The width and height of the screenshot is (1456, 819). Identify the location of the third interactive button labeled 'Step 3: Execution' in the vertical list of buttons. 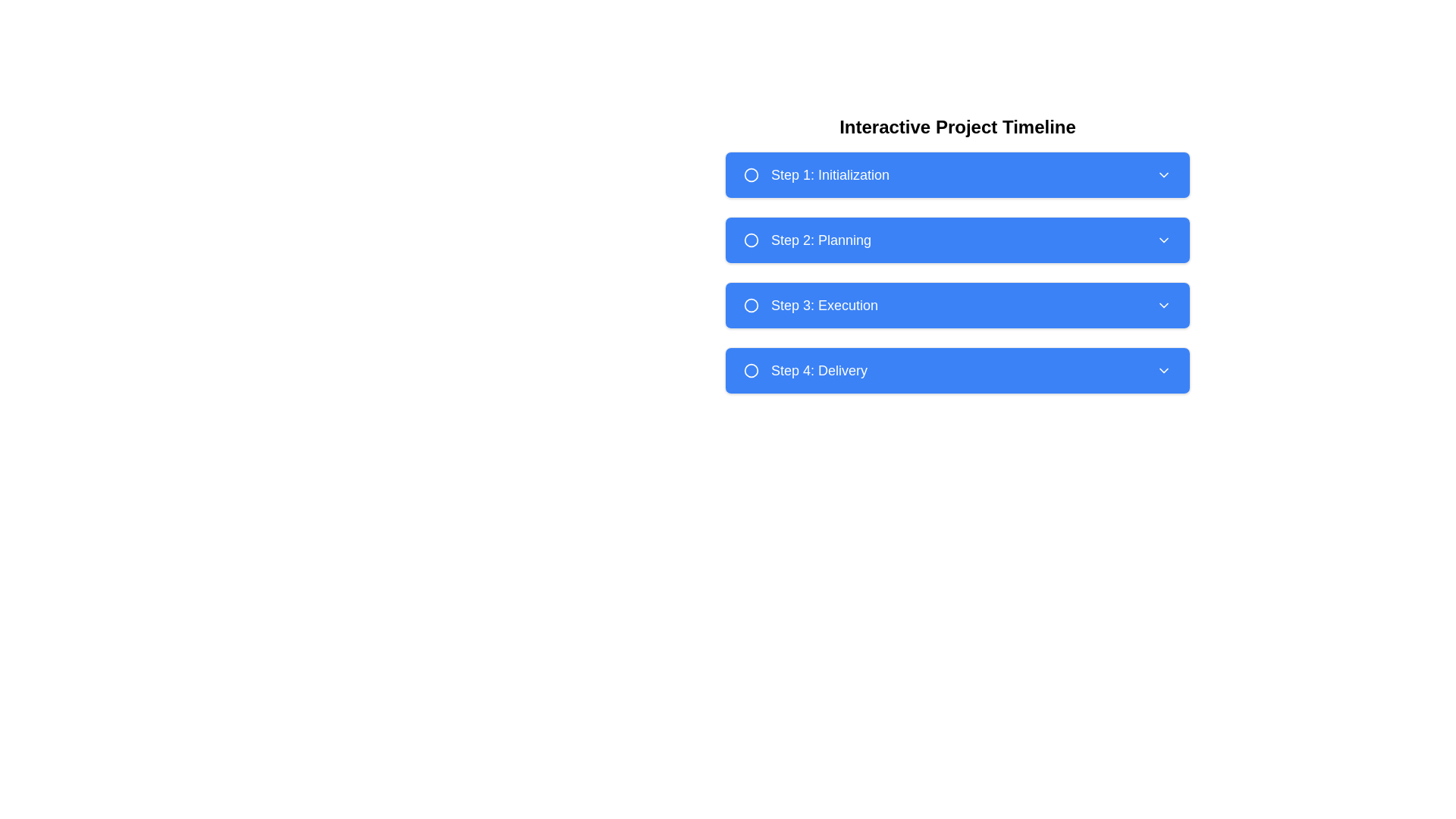
(956, 305).